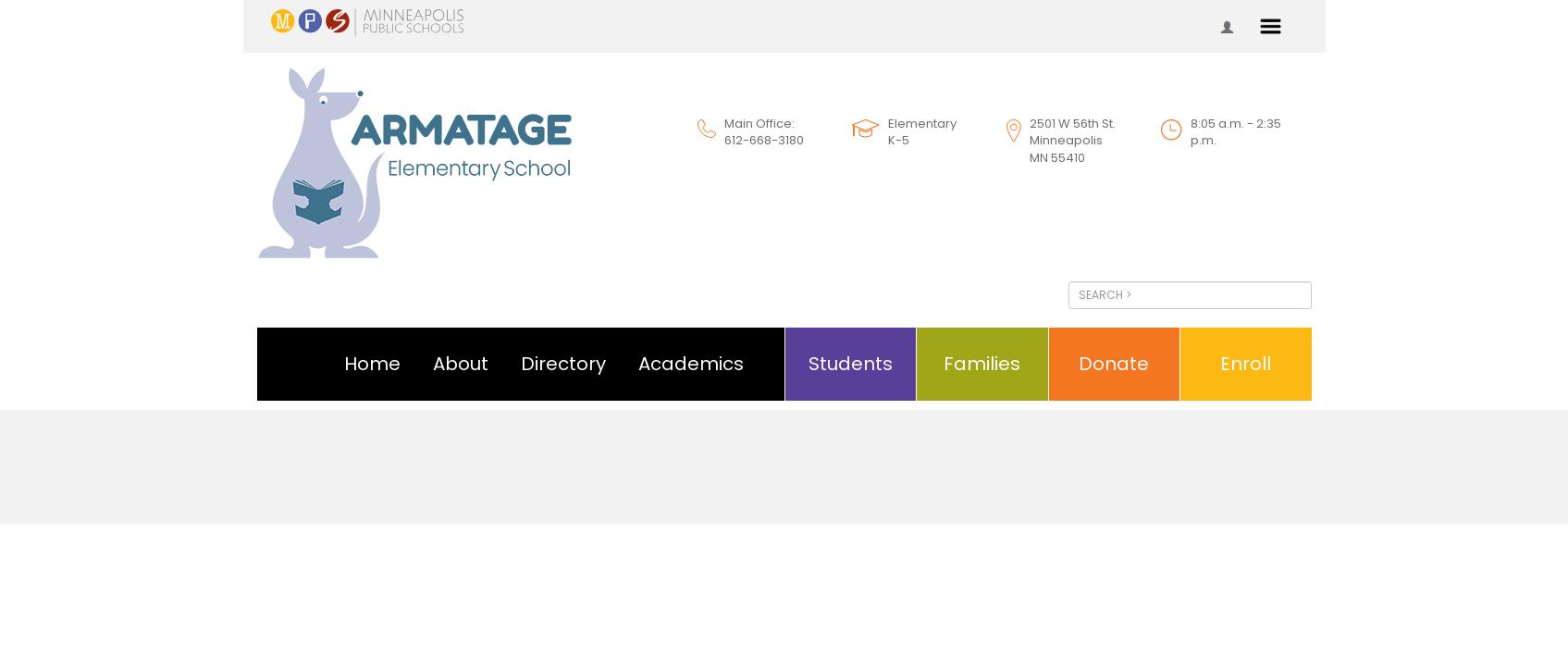  I want to click on '8:05 a.m. - 2:35 p.m.', so click(1234, 130).